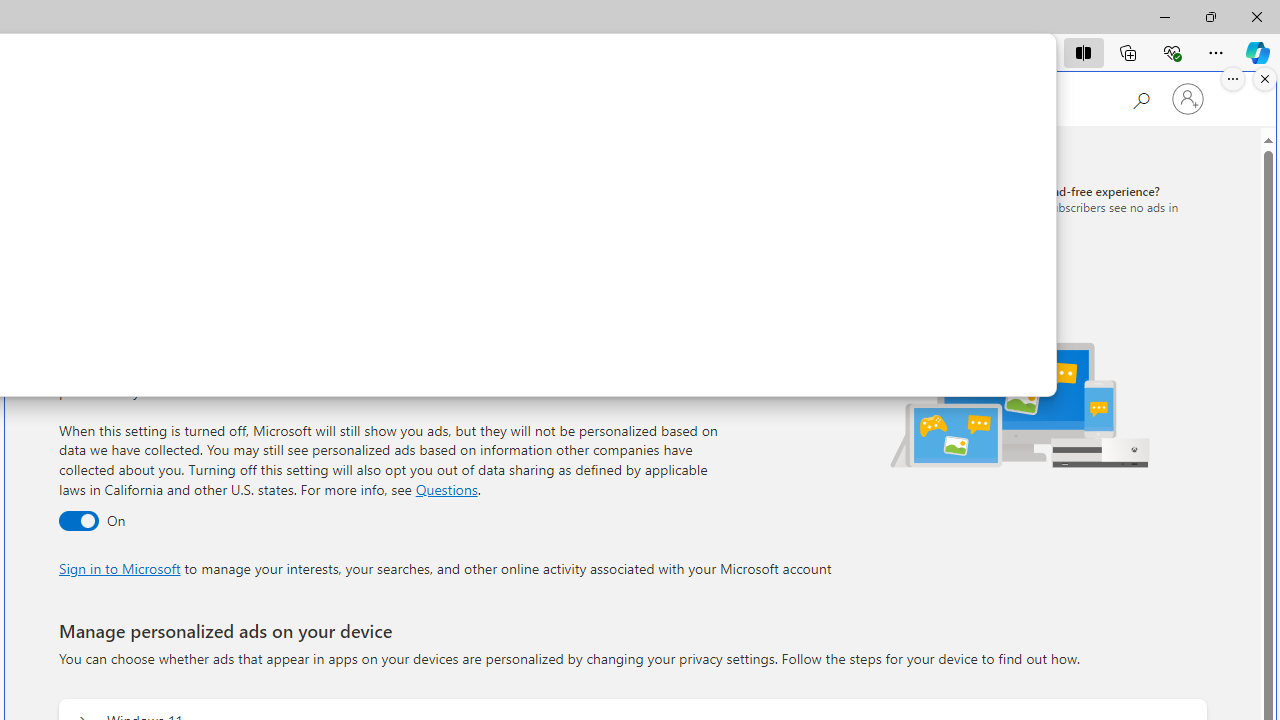 The height and width of the screenshot is (720, 1280). Describe the element at coordinates (445, 488) in the screenshot. I see `'Go to Questions section'` at that location.